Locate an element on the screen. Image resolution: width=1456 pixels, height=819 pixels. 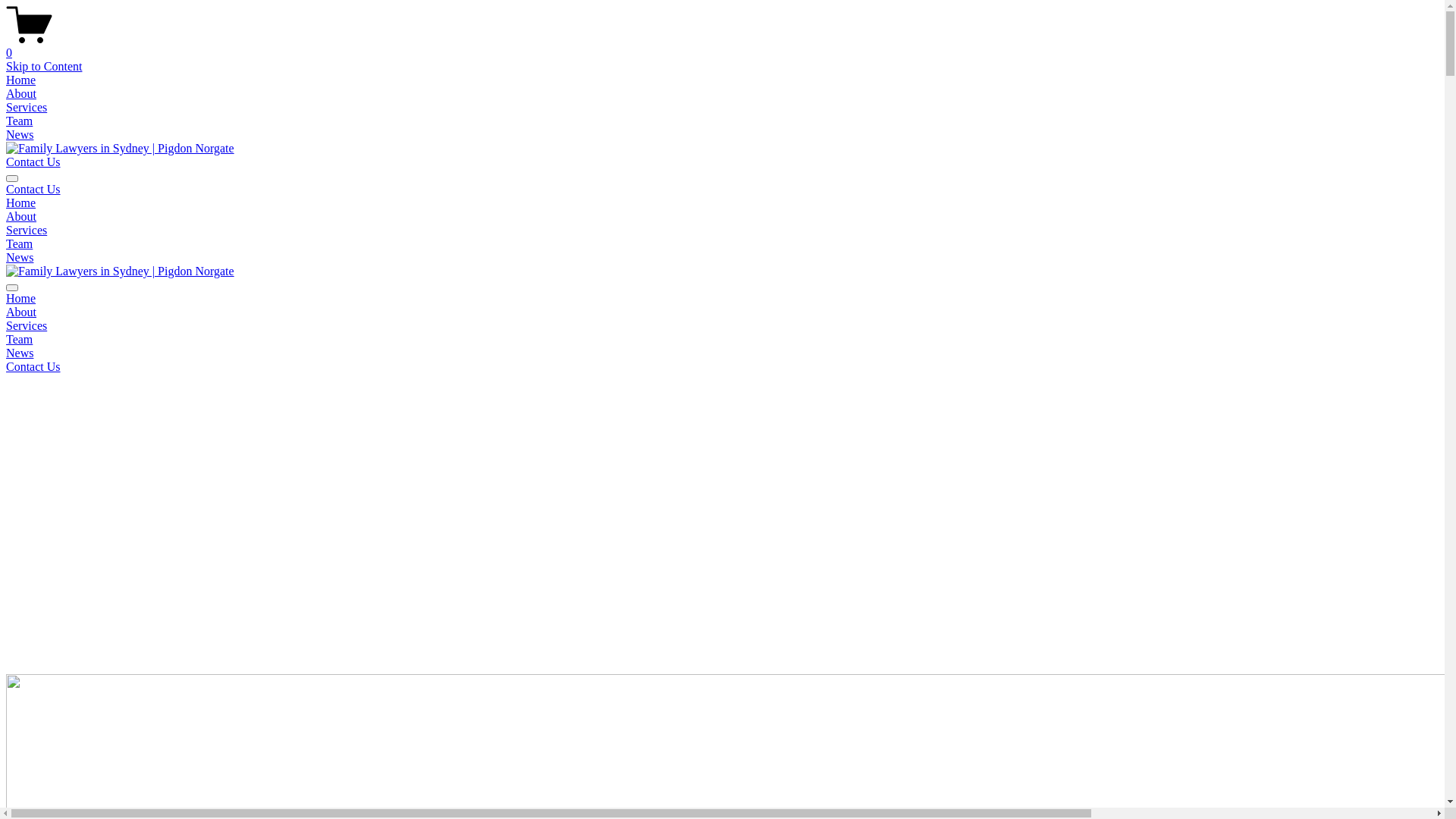
'Skip to Content' is located at coordinates (6, 65).